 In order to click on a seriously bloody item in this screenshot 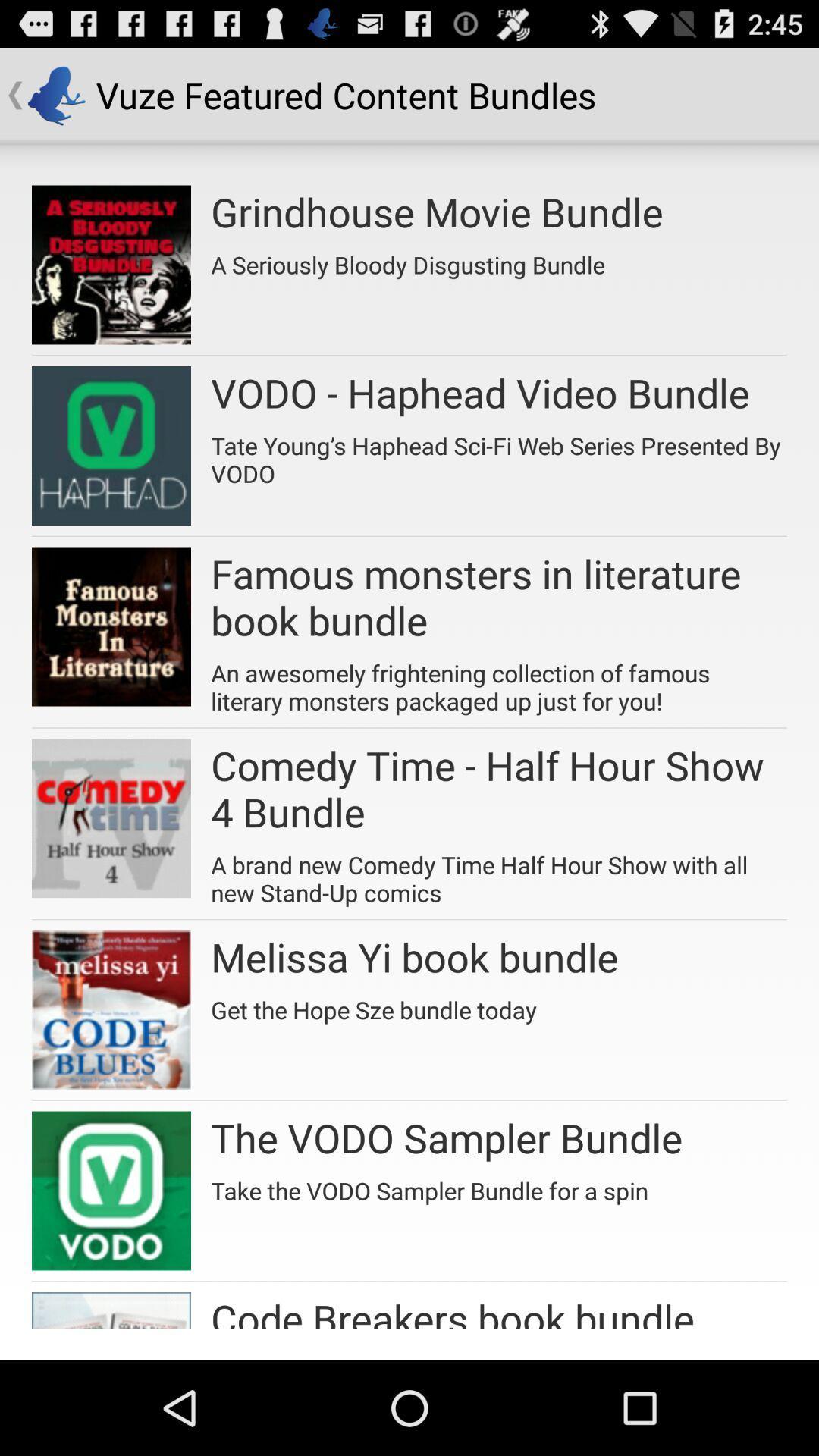, I will do `click(407, 259)`.